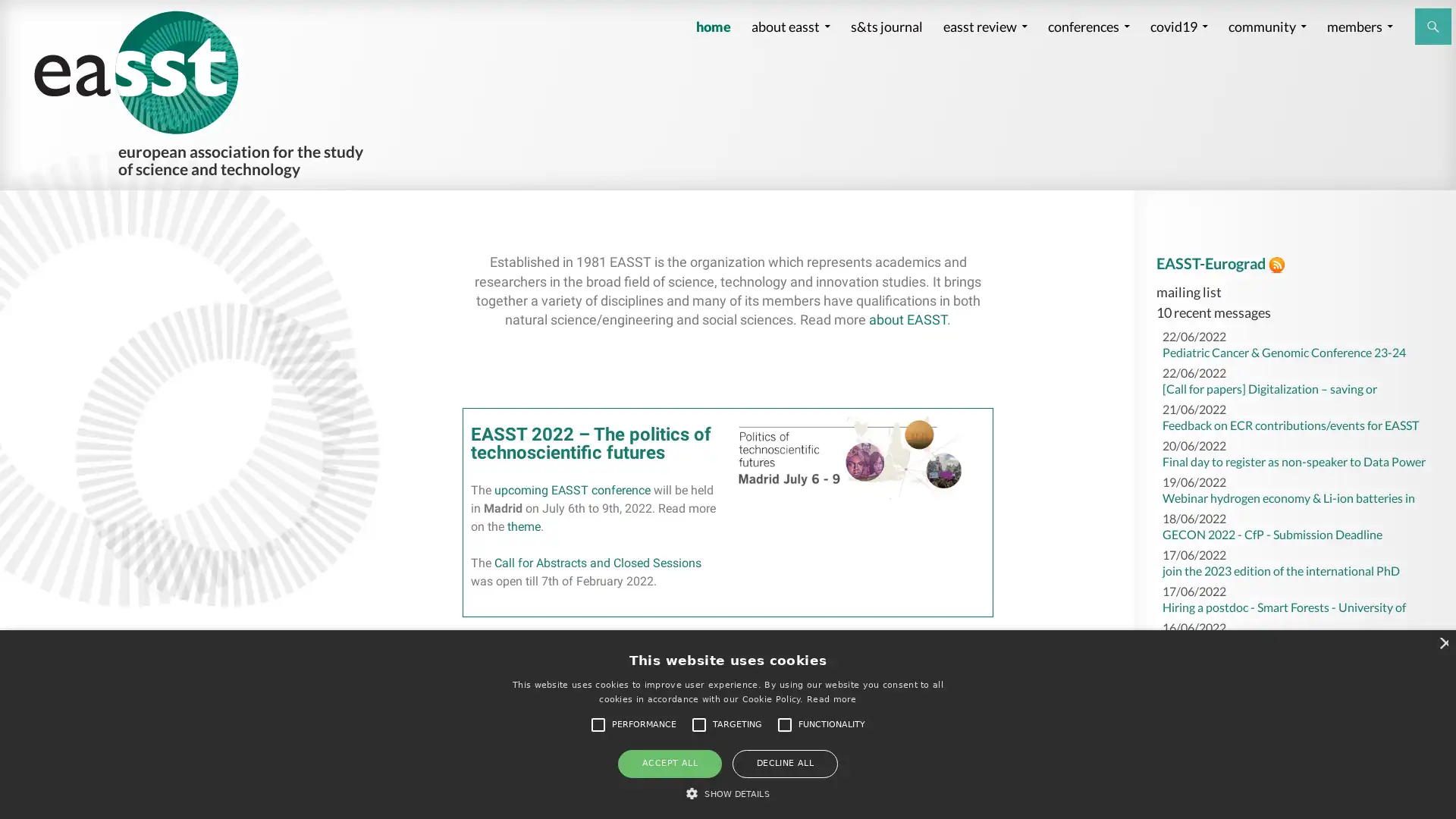 The image size is (1456, 819). What do you see at coordinates (669, 763) in the screenshot?
I see `ACCEPT ALL` at bounding box center [669, 763].